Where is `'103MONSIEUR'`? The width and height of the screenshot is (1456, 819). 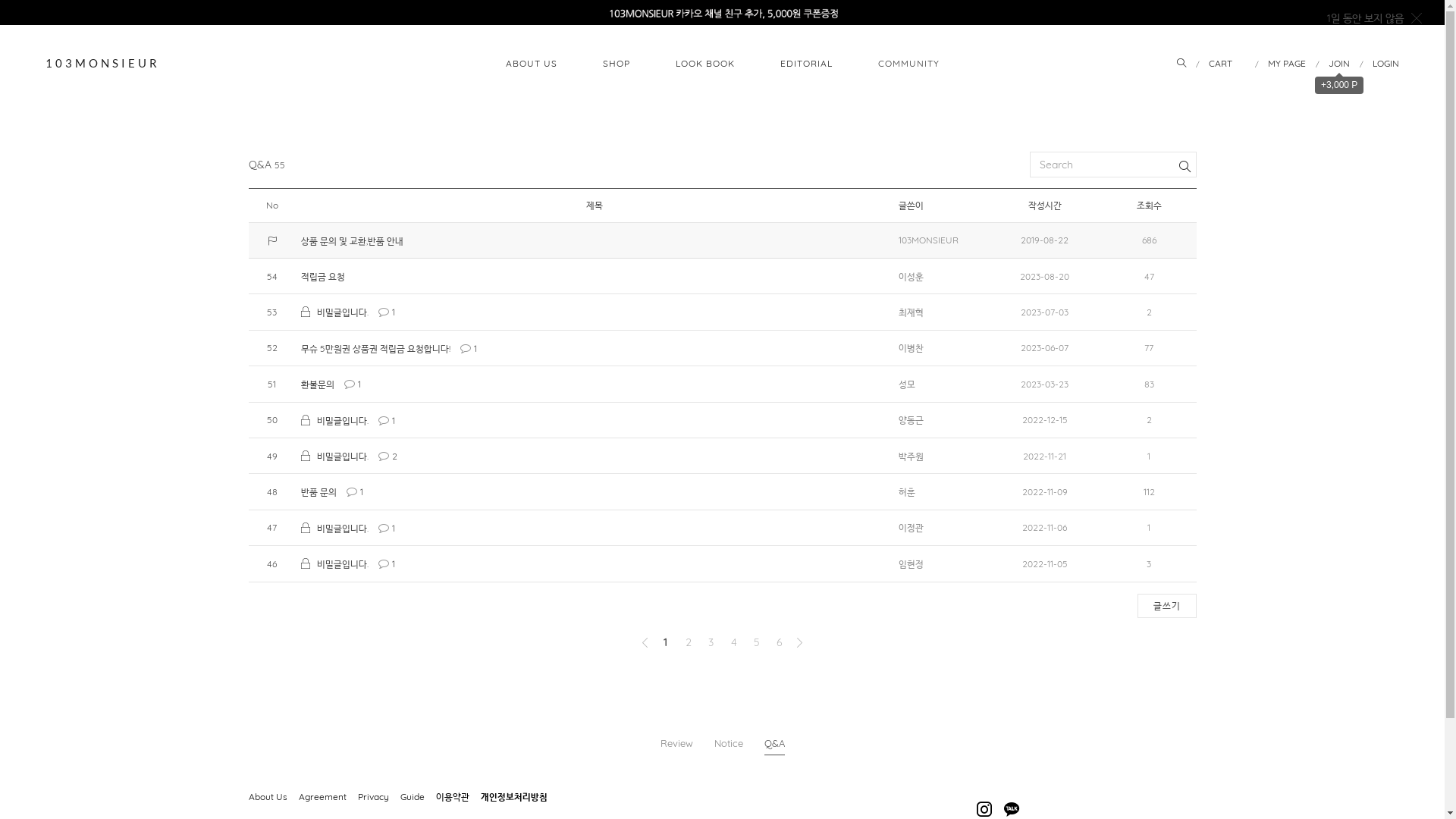 '103MONSIEUR' is located at coordinates (45, 62).